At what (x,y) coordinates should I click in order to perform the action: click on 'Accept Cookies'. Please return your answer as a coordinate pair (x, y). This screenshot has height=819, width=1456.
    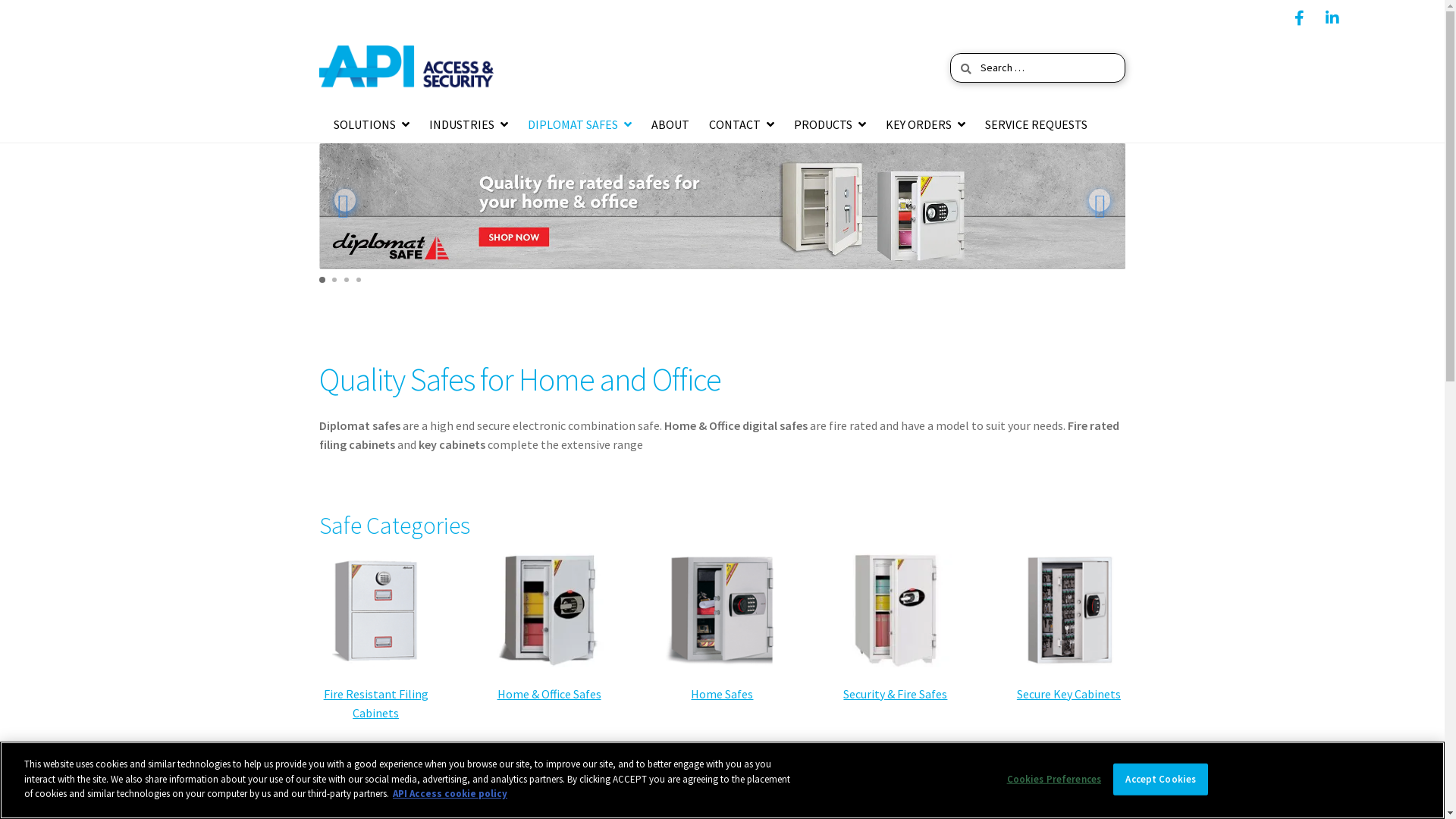
    Looking at the image, I should click on (1159, 780).